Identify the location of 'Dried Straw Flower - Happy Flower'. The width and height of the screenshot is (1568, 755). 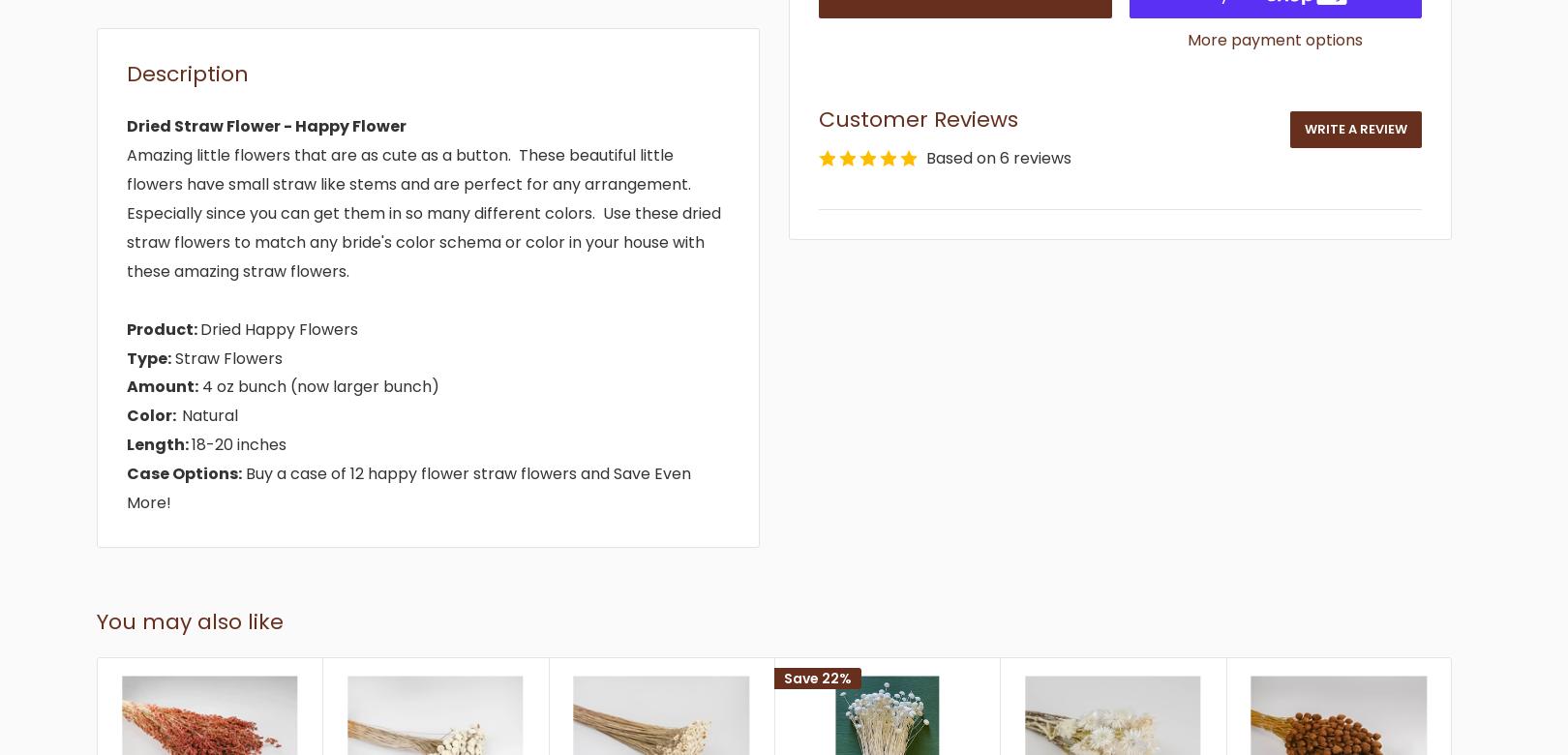
(127, 125).